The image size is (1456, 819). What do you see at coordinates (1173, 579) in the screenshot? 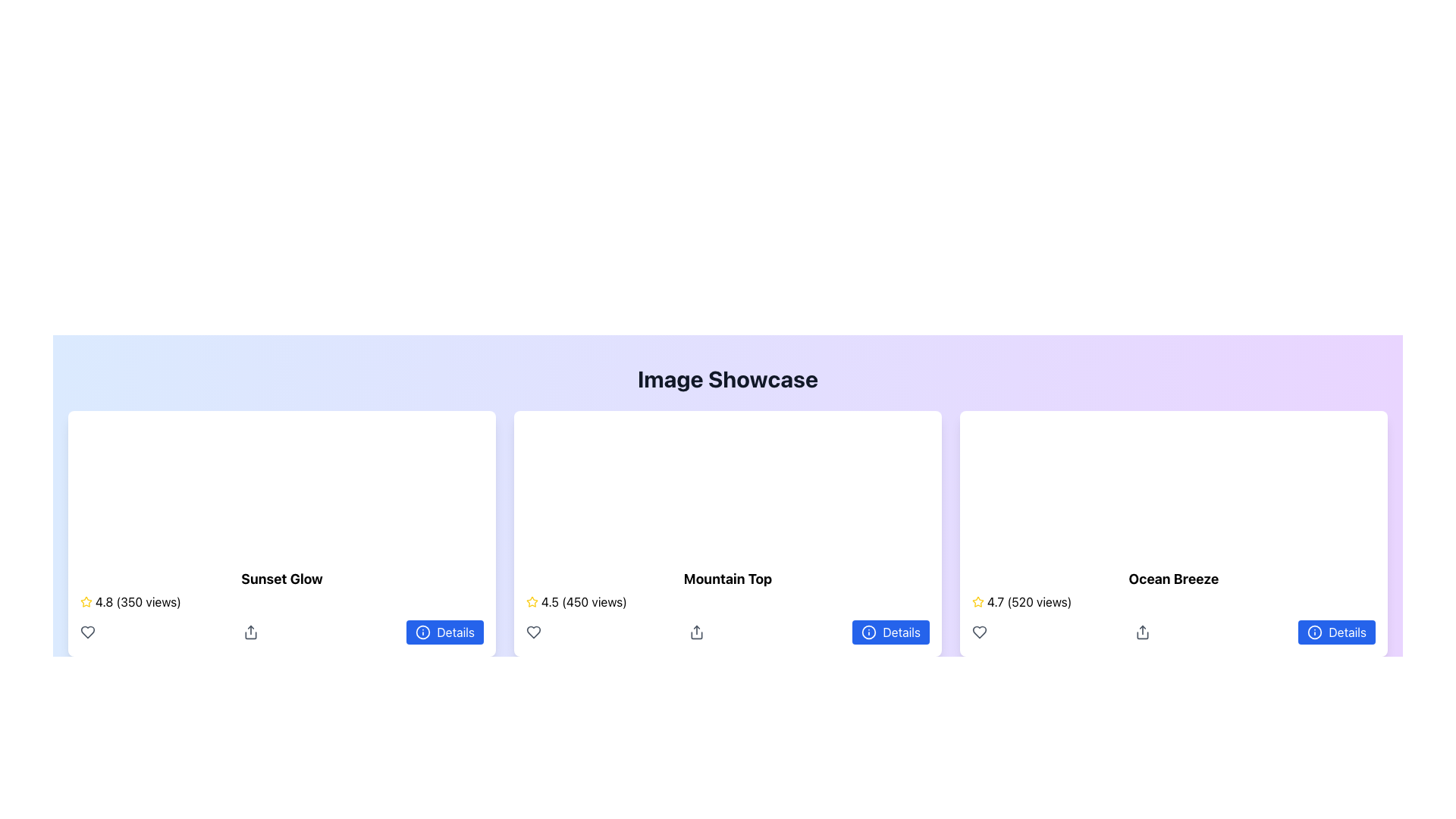
I see `the informational Text Label located at the top center of the card in the third column of the grid layout` at bounding box center [1173, 579].